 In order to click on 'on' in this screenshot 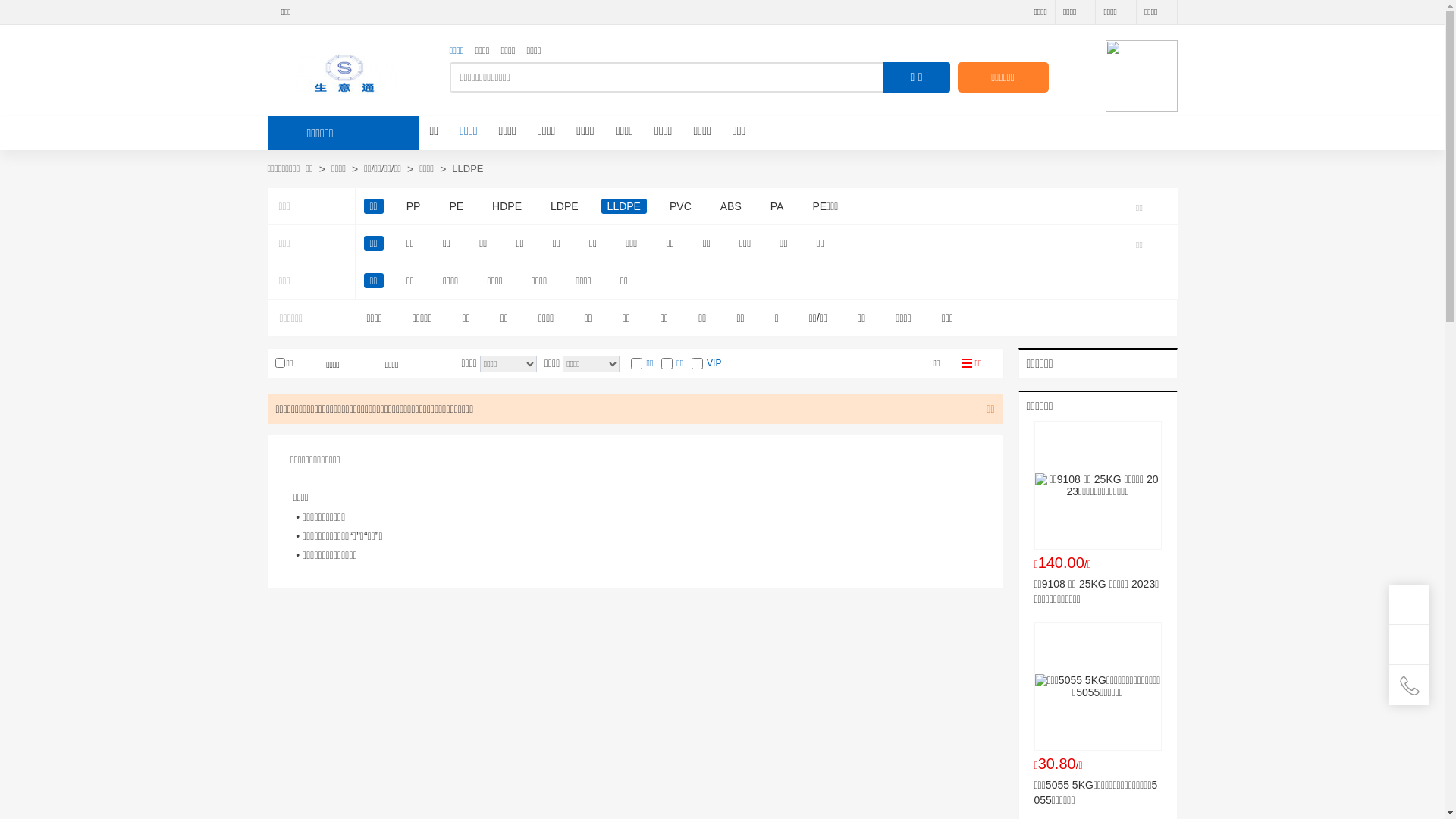, I will do `click(696, 363)`.